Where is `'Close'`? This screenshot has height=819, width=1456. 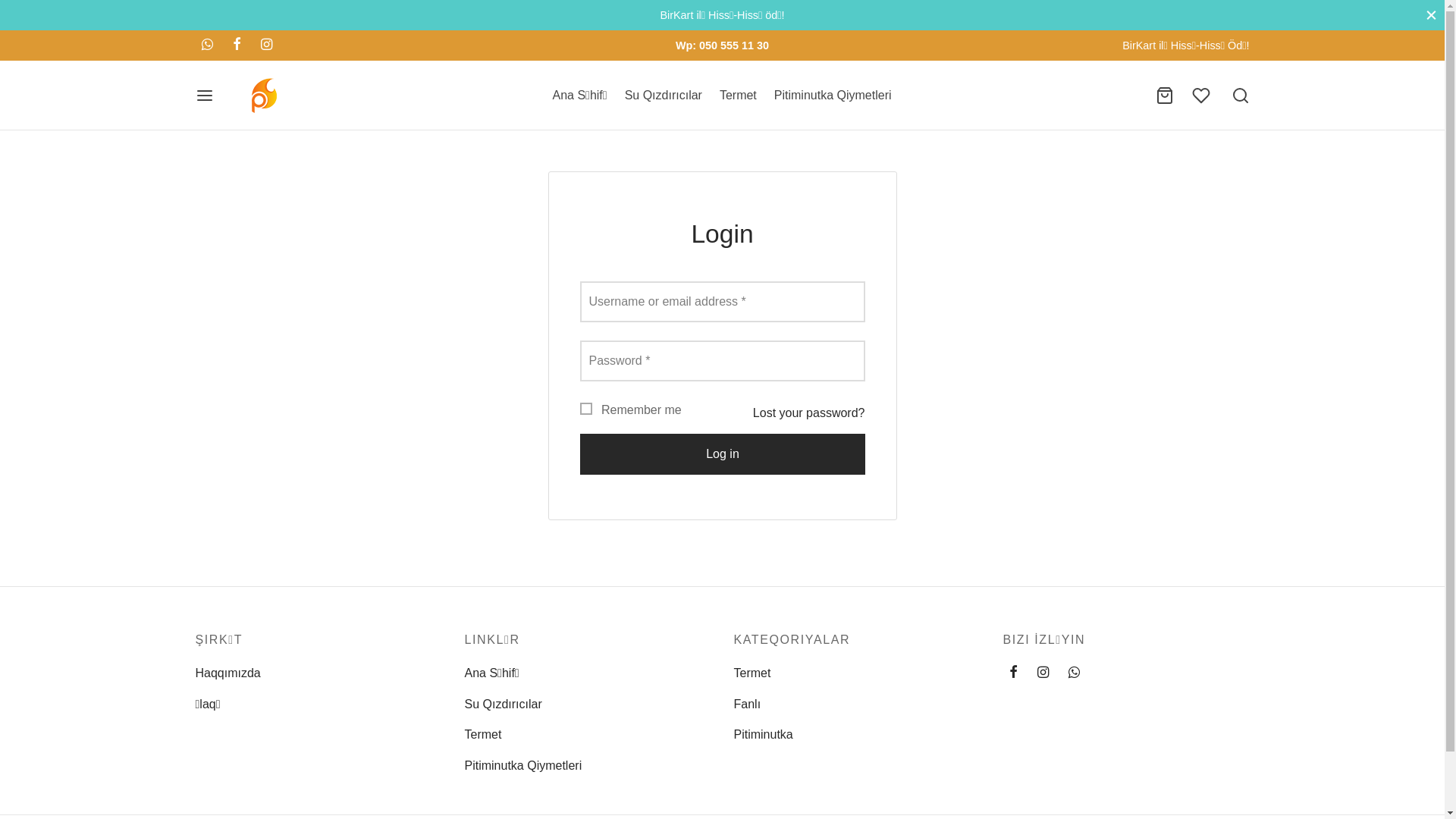 'Close' is located at coordinates (1425, 14).